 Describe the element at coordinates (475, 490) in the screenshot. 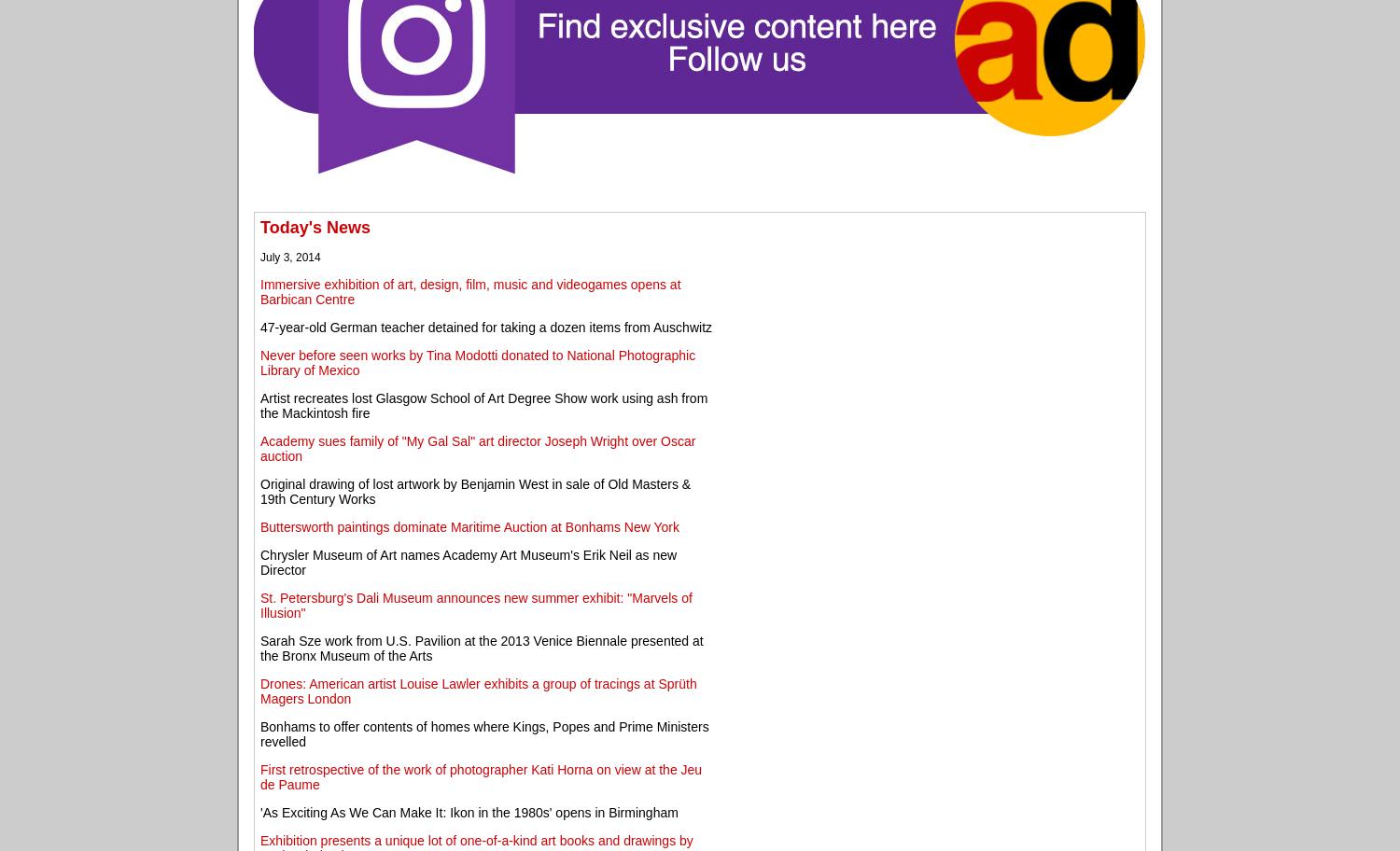

I see `'Original drawing of lost artwork by Benjamin West in sale of Old Masters & 19th Century Works'` at that location.